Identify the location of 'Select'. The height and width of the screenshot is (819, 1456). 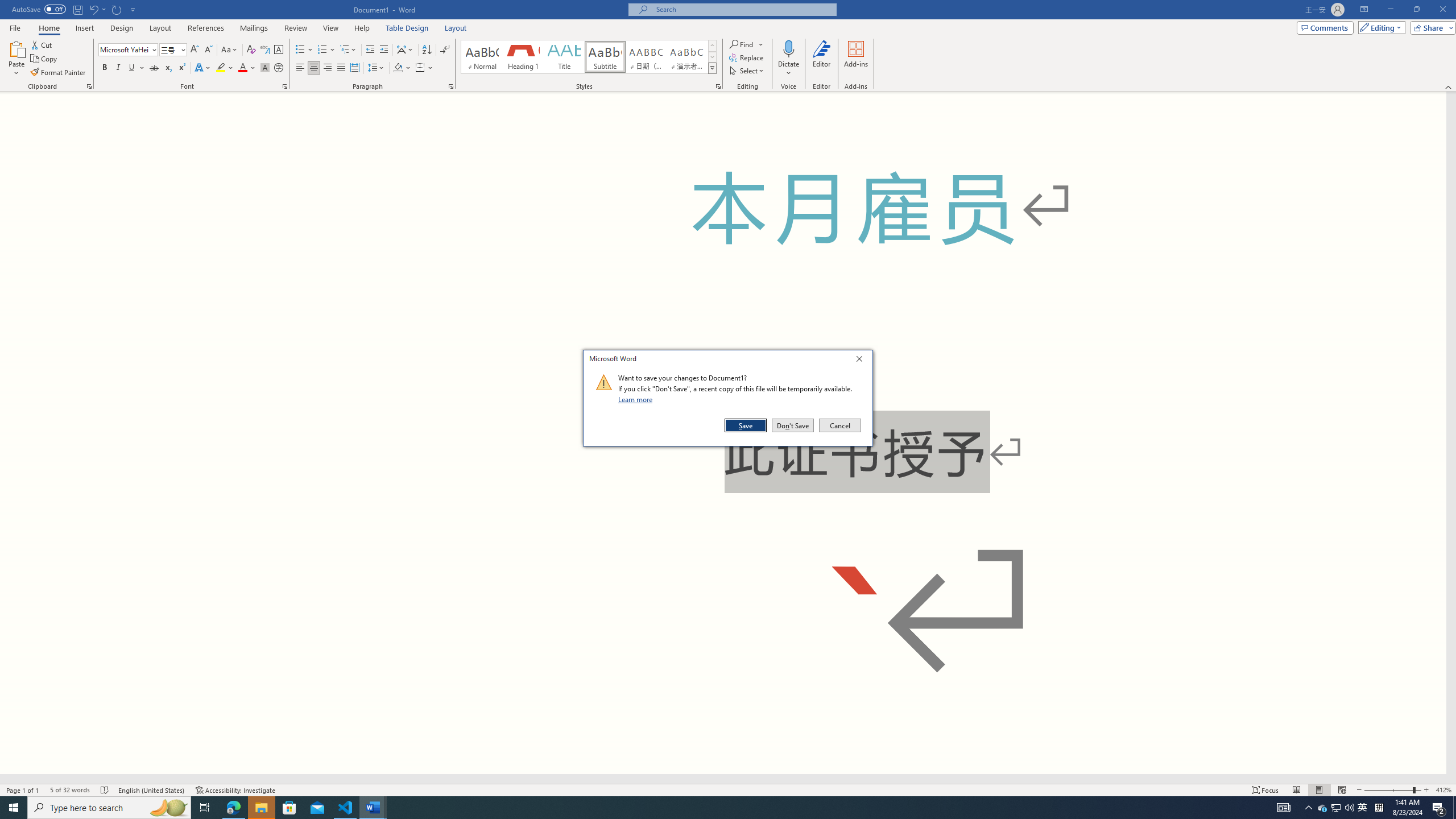
(747, 69).